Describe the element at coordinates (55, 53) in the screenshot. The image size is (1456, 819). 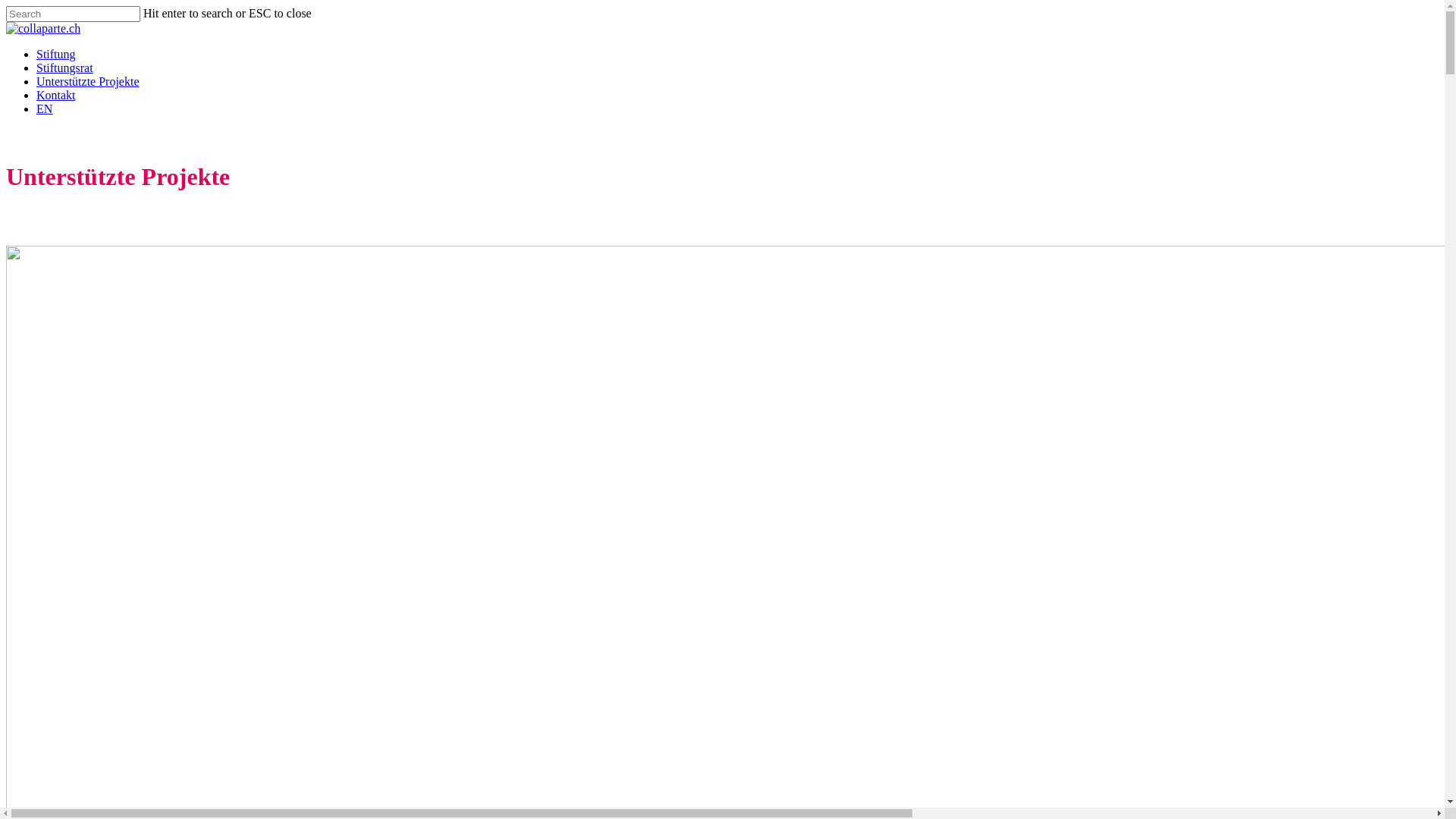
I see `'Stiftung'` at that location.